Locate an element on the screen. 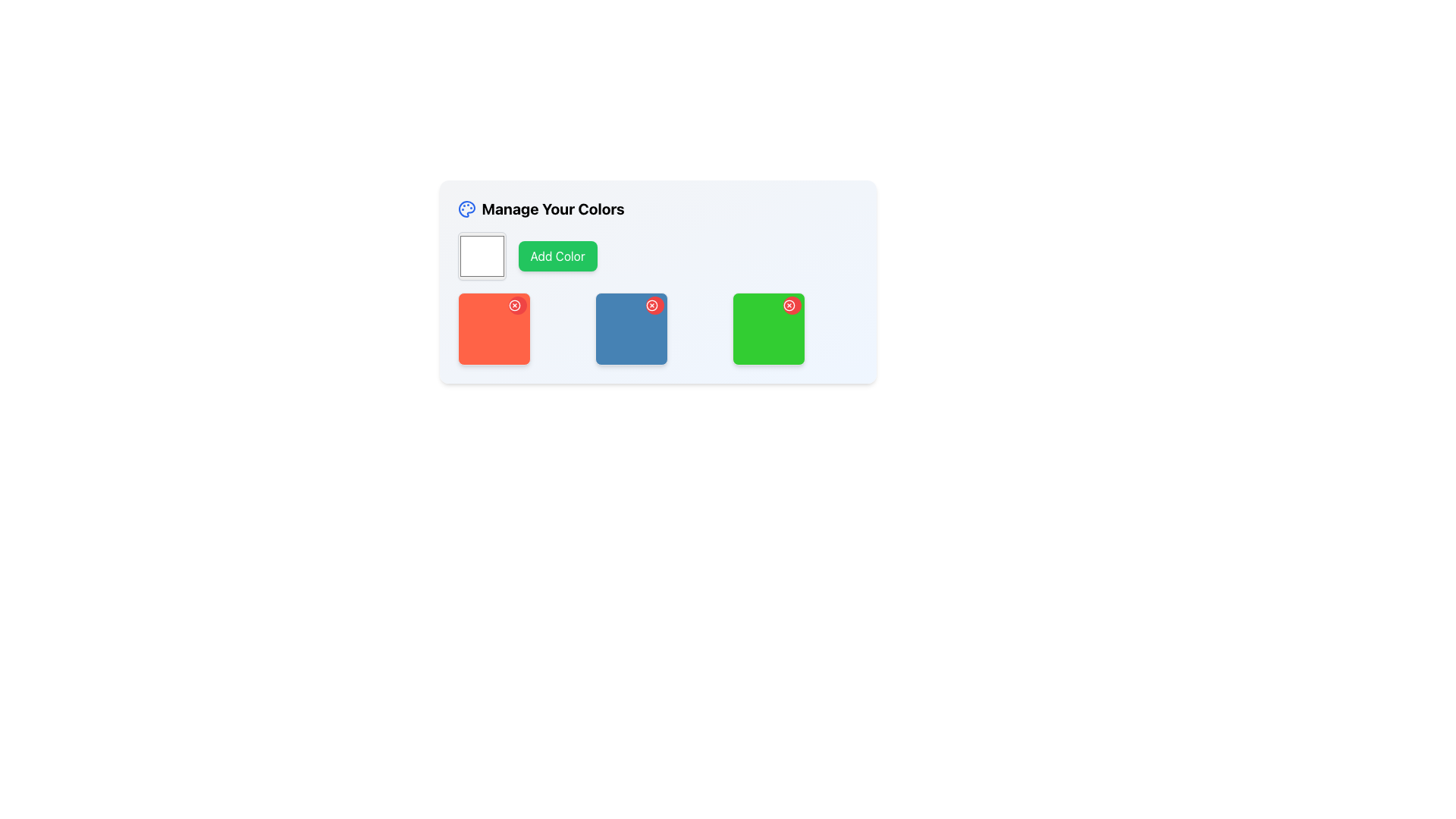  to select the selectable block with an interactive control located in the second column of a three-column grid layout, positioned between a red block on the left and a green block on the right is located at coordinates (631, 328).